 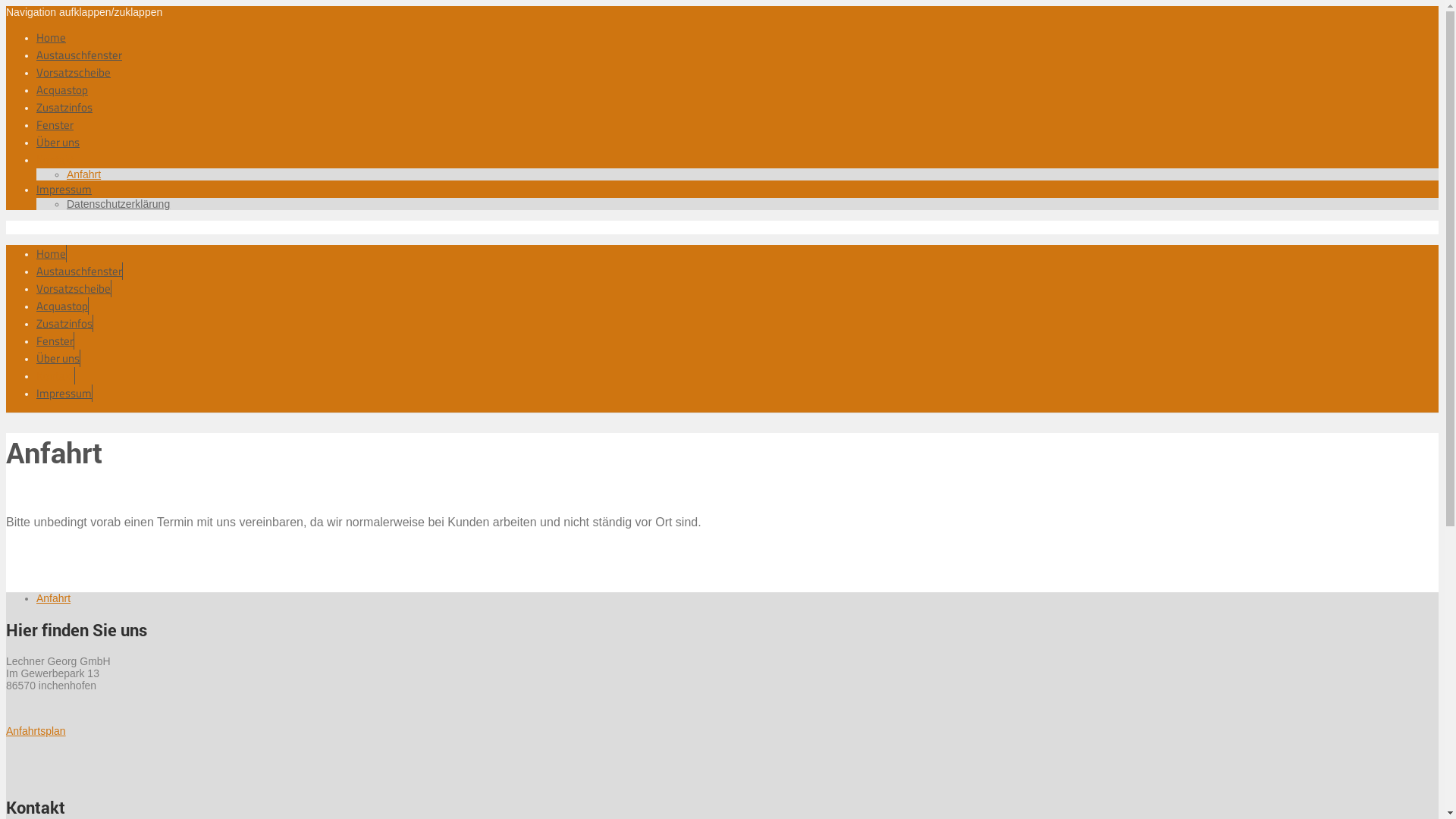 I want to click on 'Kontakt', so click(x=36, y=375).